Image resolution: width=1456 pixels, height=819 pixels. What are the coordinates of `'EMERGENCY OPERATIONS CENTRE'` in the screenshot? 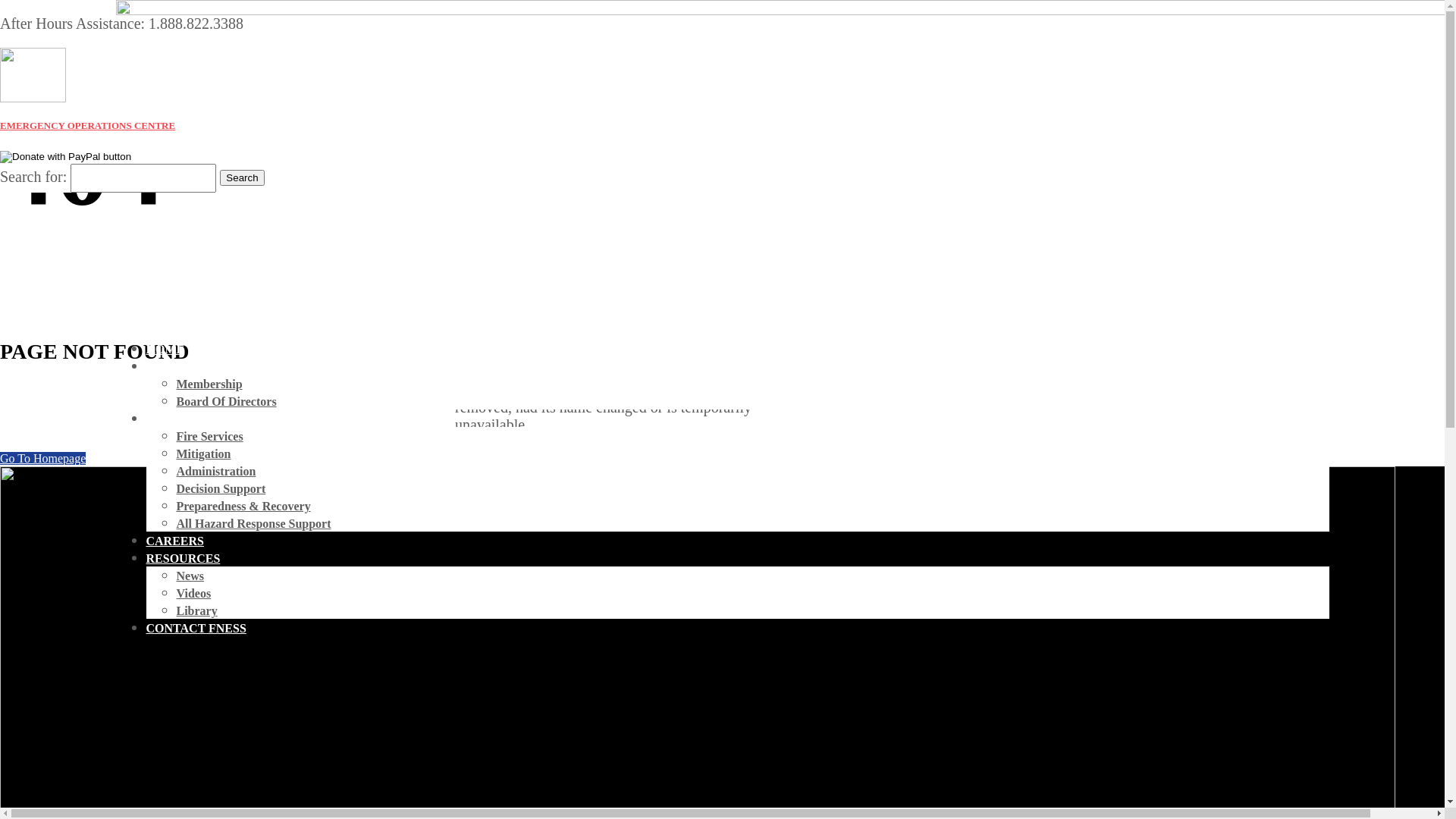 It's located at (86, 124).